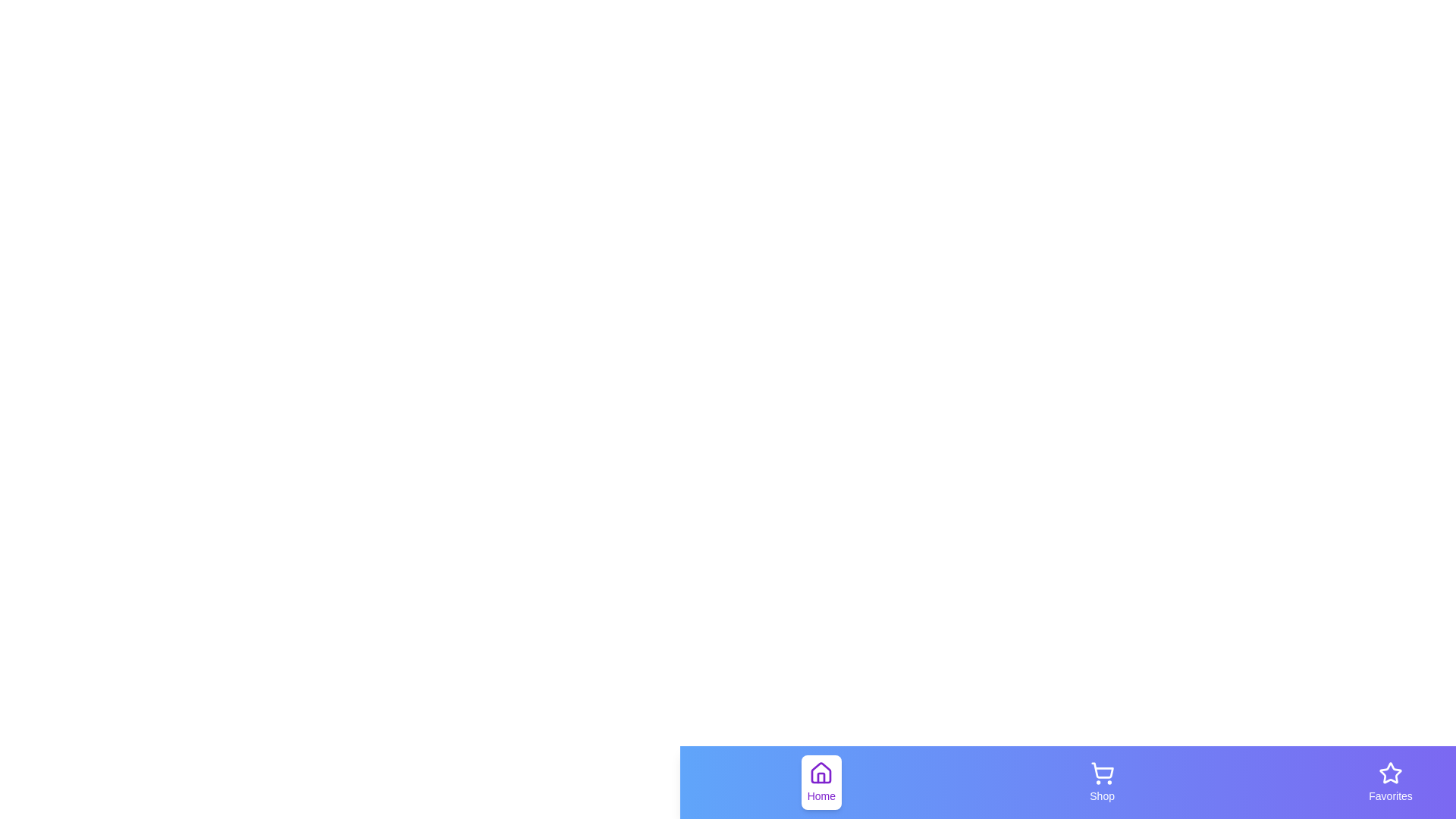 This screenshot has height=819, width=1456. Describe the element at coordinates (821, 783) in the screenshot. I see `the Home tab to see its hover effect` at that location.